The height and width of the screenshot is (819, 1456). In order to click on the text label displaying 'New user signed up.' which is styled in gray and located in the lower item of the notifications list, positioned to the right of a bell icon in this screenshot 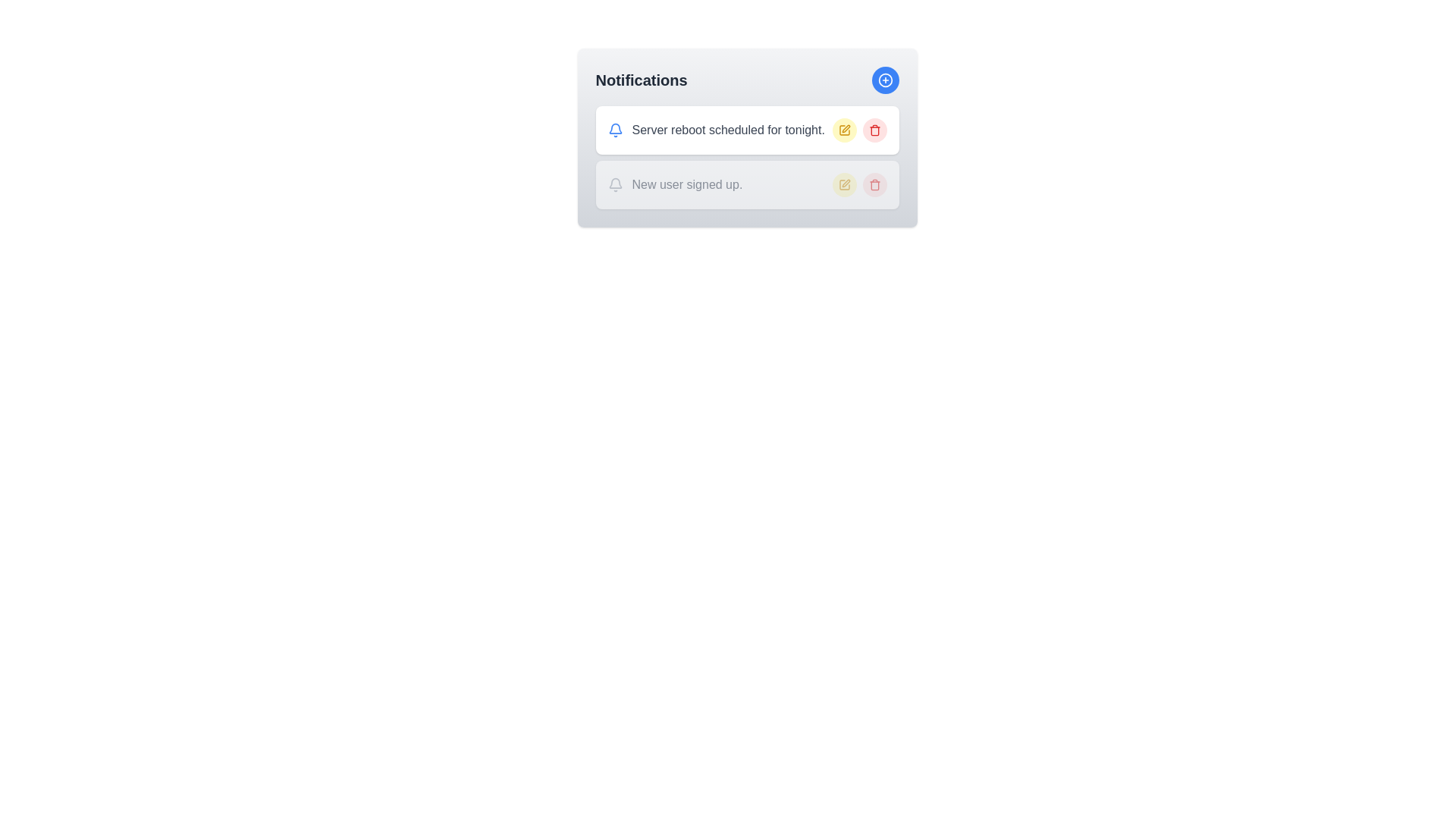, I will do `click(686, 184)`.